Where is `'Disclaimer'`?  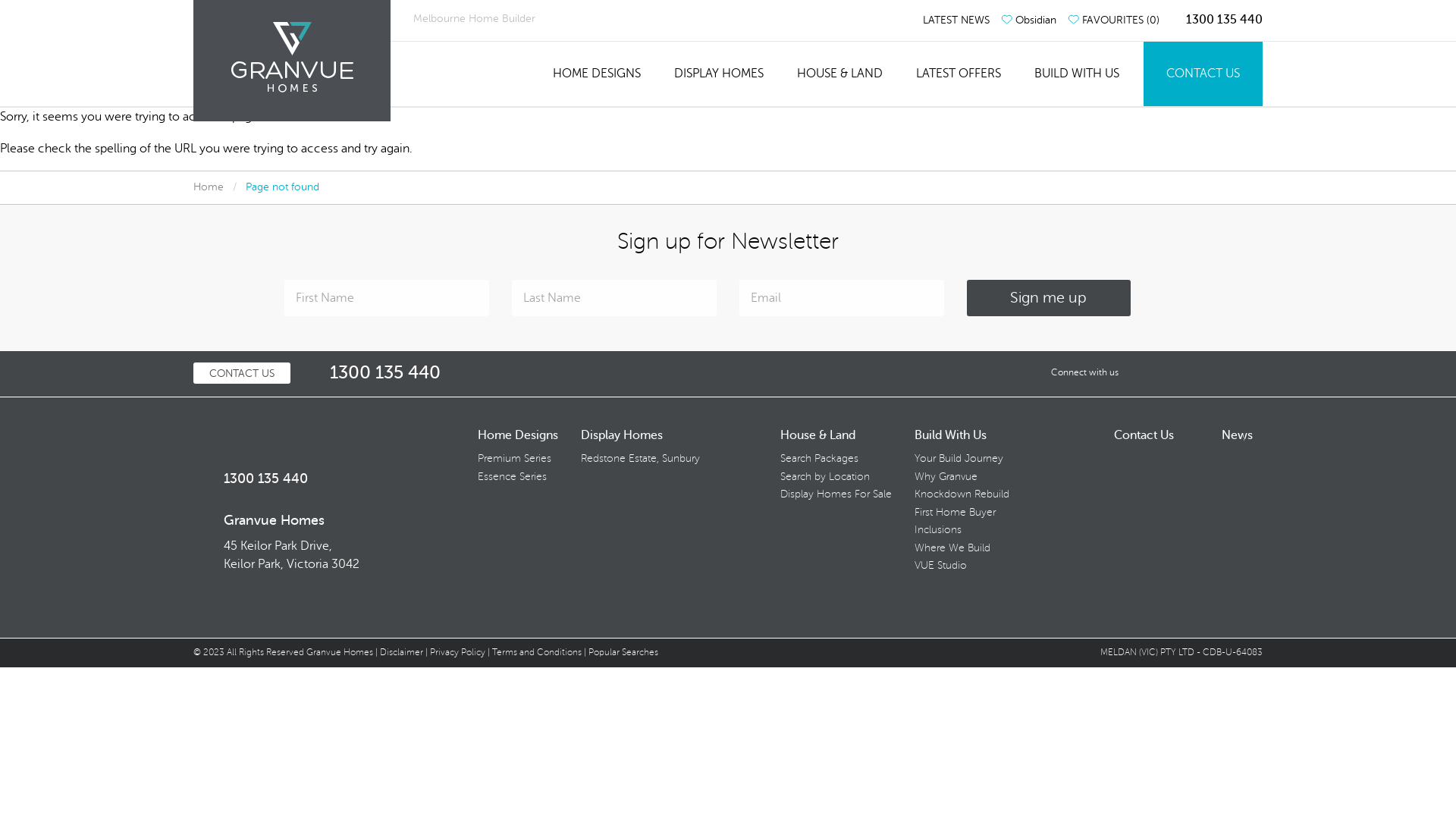 'Disclaimer' is located at coordinates (401, 651).